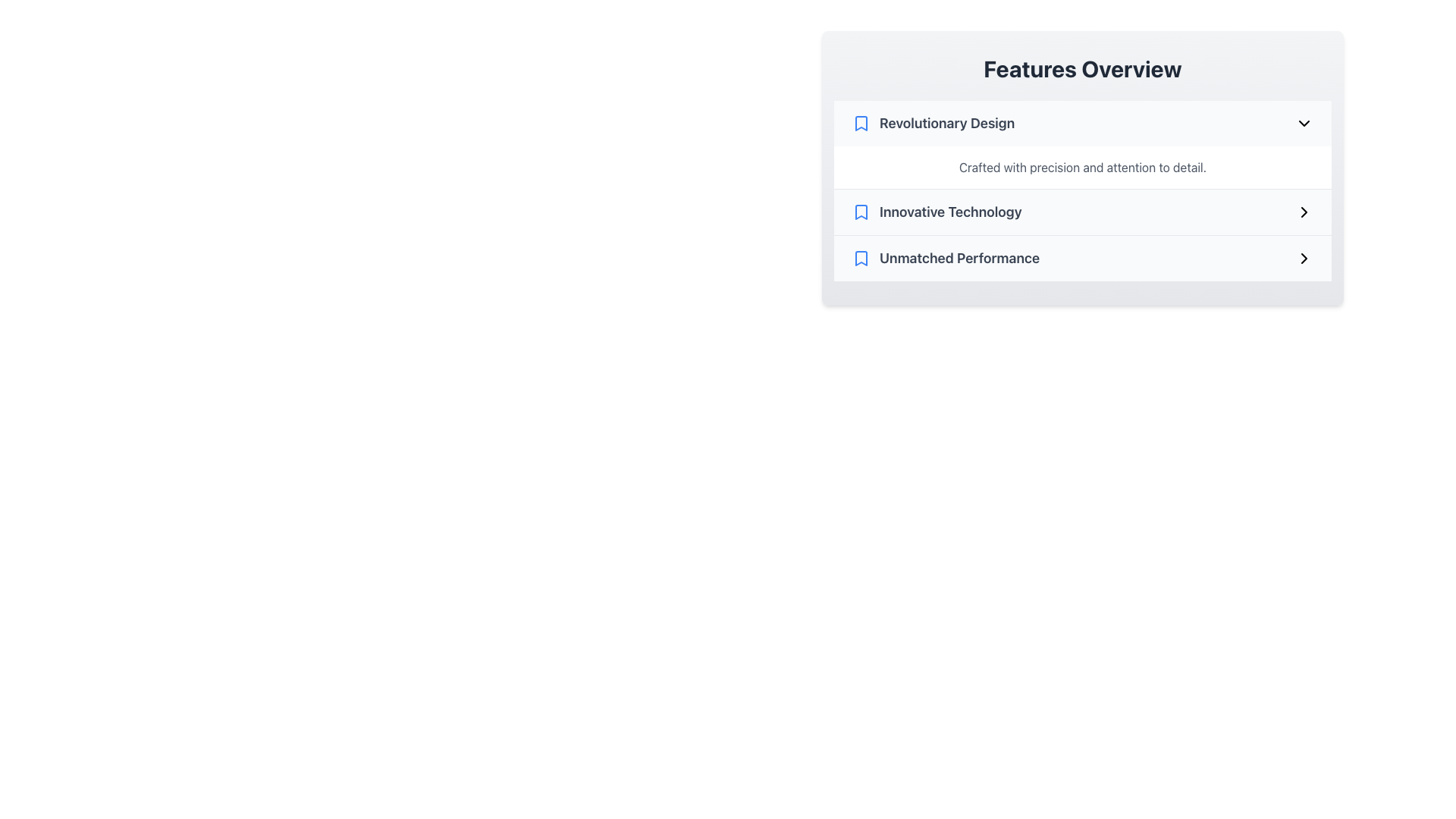  What do you see at coordinates (1303, 212) in the screenshot?
I see `the vector icon located adjacent to the text label of the 'Innovative Technology' list item in the 'Features Overview' section` at bounding box center [1303, 212].